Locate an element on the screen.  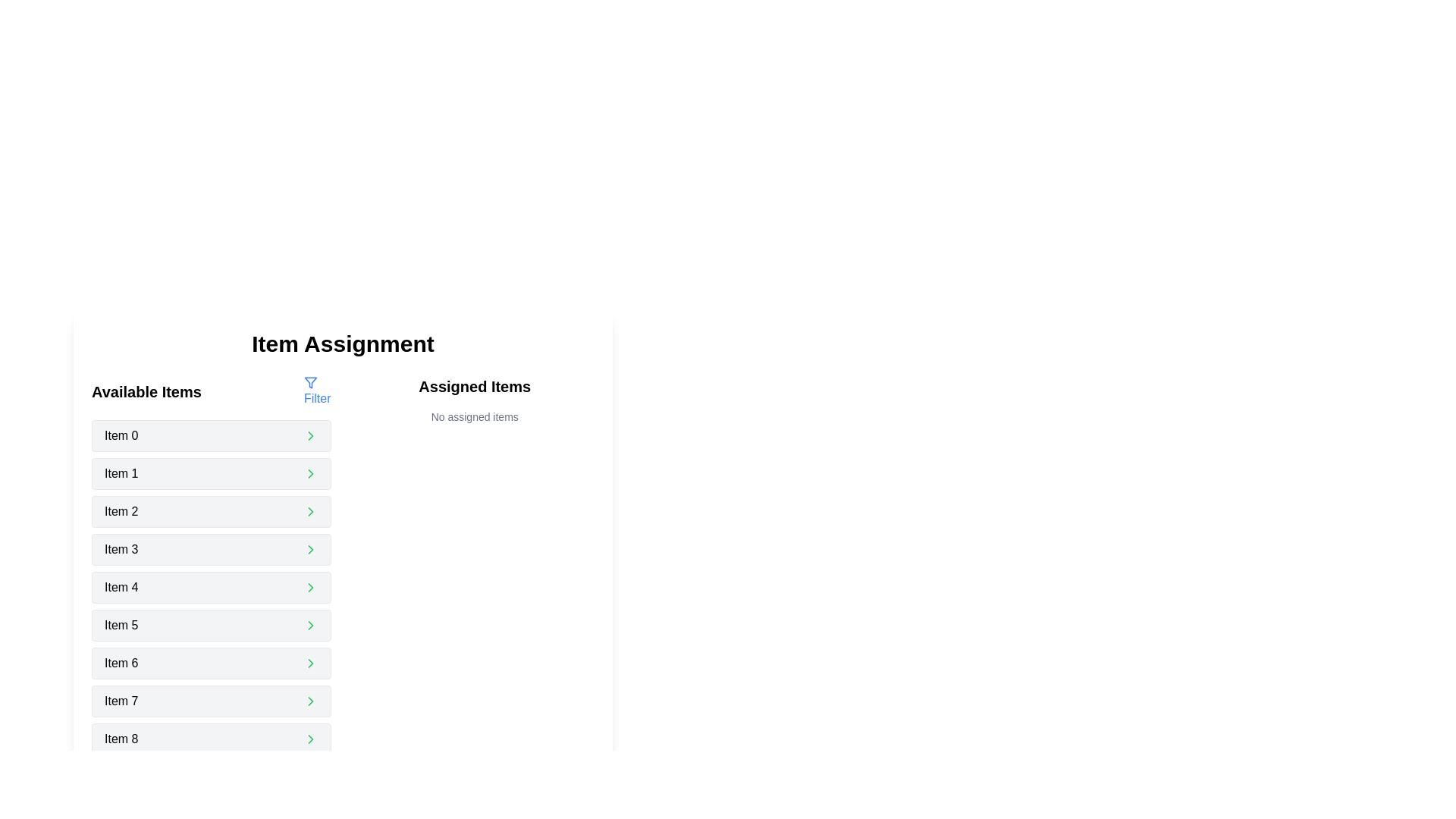
text from the Label displaying 'Item 4', which is the fifth item under the 'Available Items' heading in the vertical list is located at coordinates (121, 587).